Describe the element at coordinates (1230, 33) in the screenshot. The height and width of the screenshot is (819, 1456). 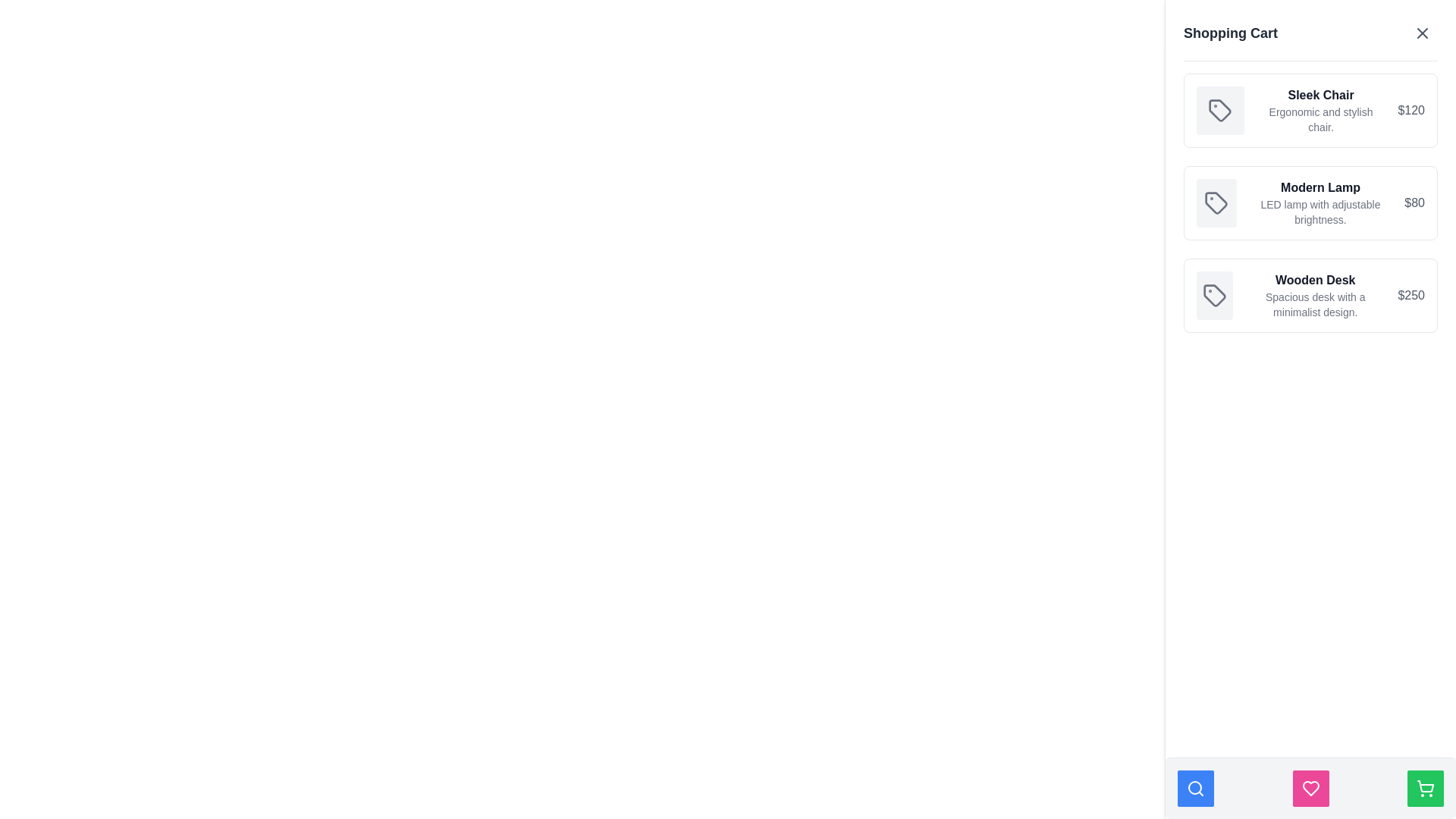
I see `the non-interactive heading Text label located at the top left of the right-side panel, which denotes the title or purpose of the current section` at that location.